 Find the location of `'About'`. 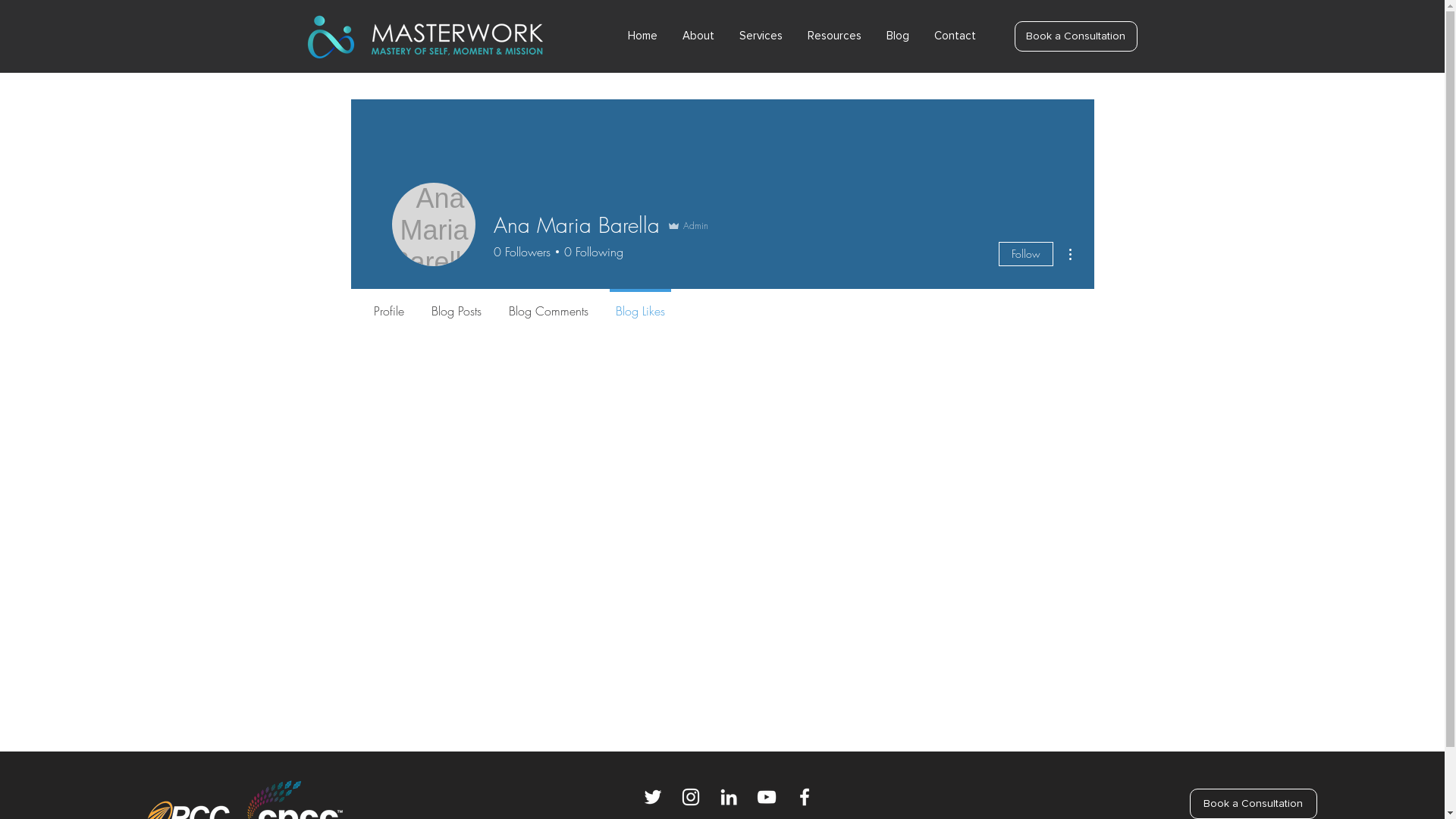

'About' is located at coordinates (702, 34).